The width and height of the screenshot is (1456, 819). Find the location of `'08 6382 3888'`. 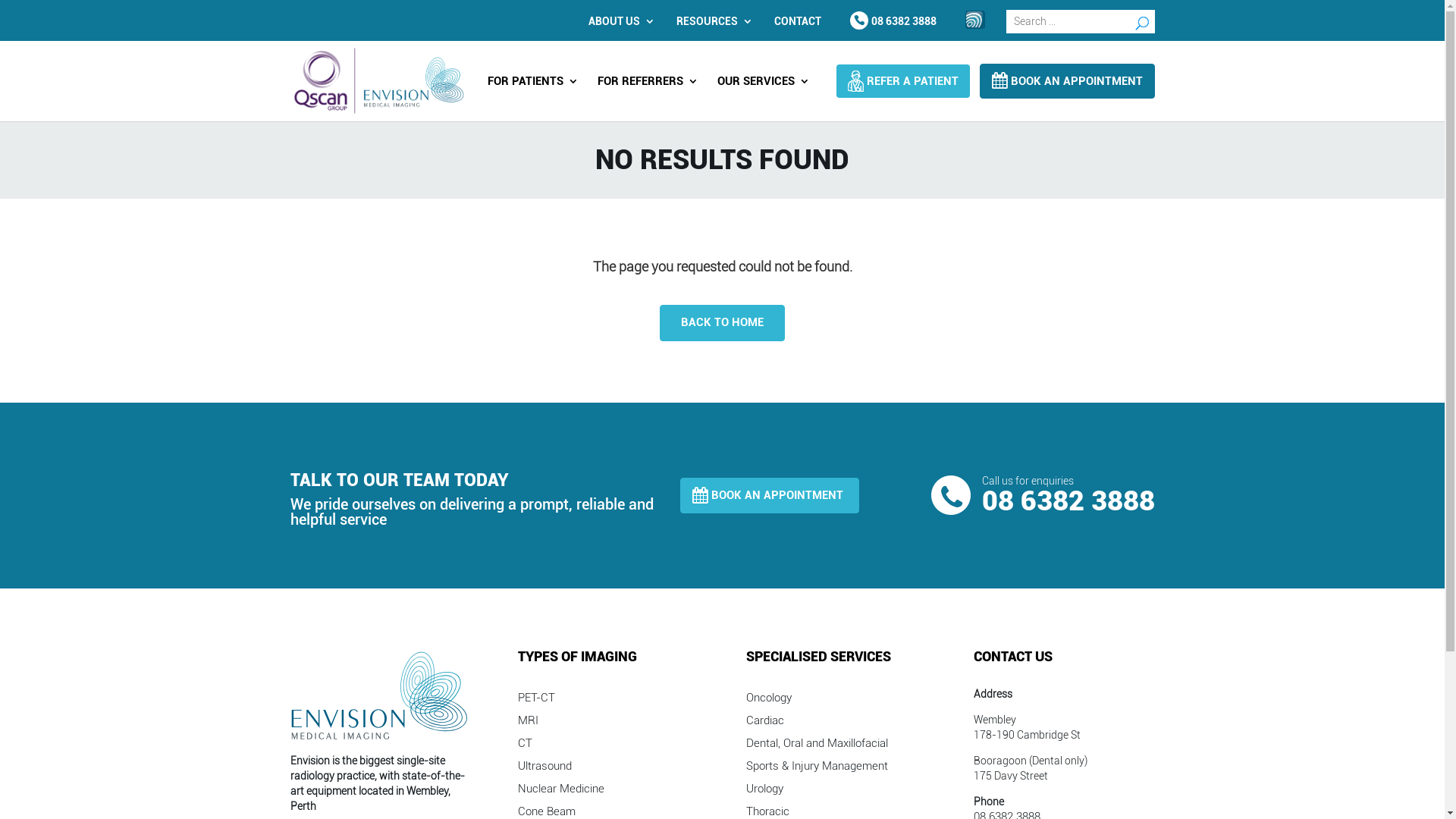

'08 6382 3888' is located at coordinates (893, 20).